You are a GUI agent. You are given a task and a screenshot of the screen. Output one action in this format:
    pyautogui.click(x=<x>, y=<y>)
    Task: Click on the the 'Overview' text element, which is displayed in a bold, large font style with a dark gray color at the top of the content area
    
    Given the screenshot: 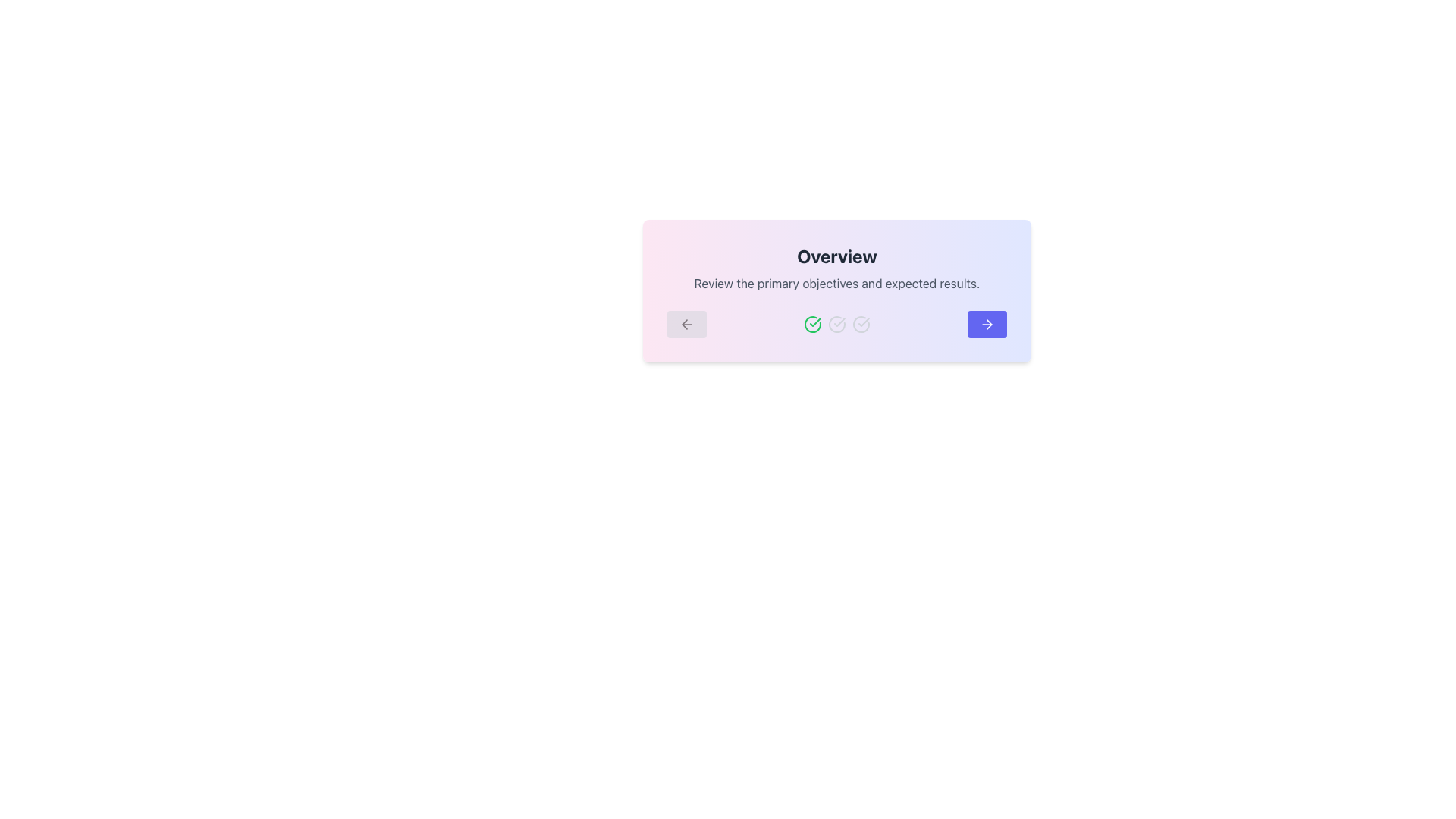 What is the action you would take?
    pyautogui.click(x=836, y=256)
    